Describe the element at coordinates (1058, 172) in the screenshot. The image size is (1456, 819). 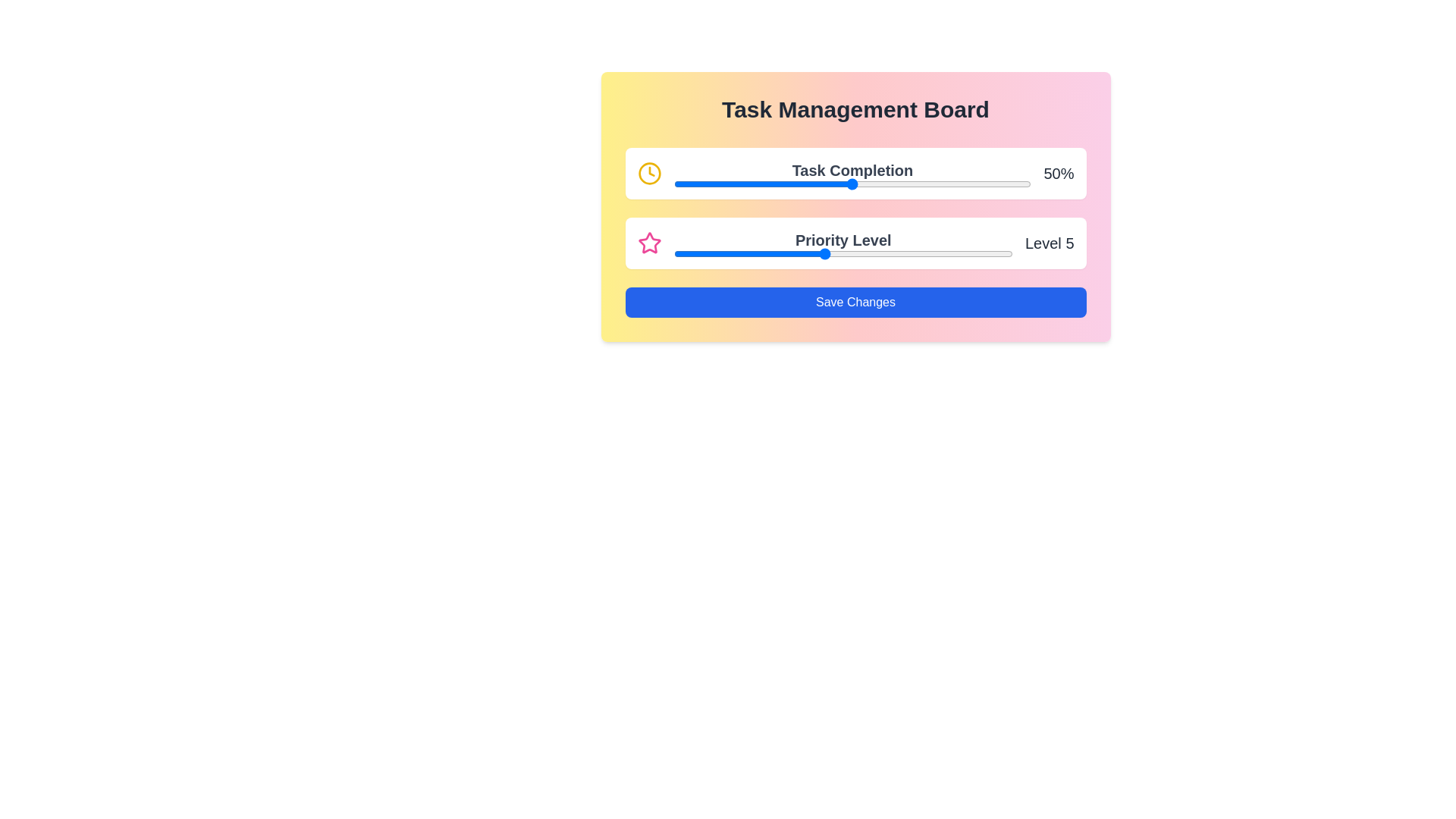
I see `the text label displaying '50%' in bold dark gray font, located in the 'Task Completion' section of the interface` at that location.